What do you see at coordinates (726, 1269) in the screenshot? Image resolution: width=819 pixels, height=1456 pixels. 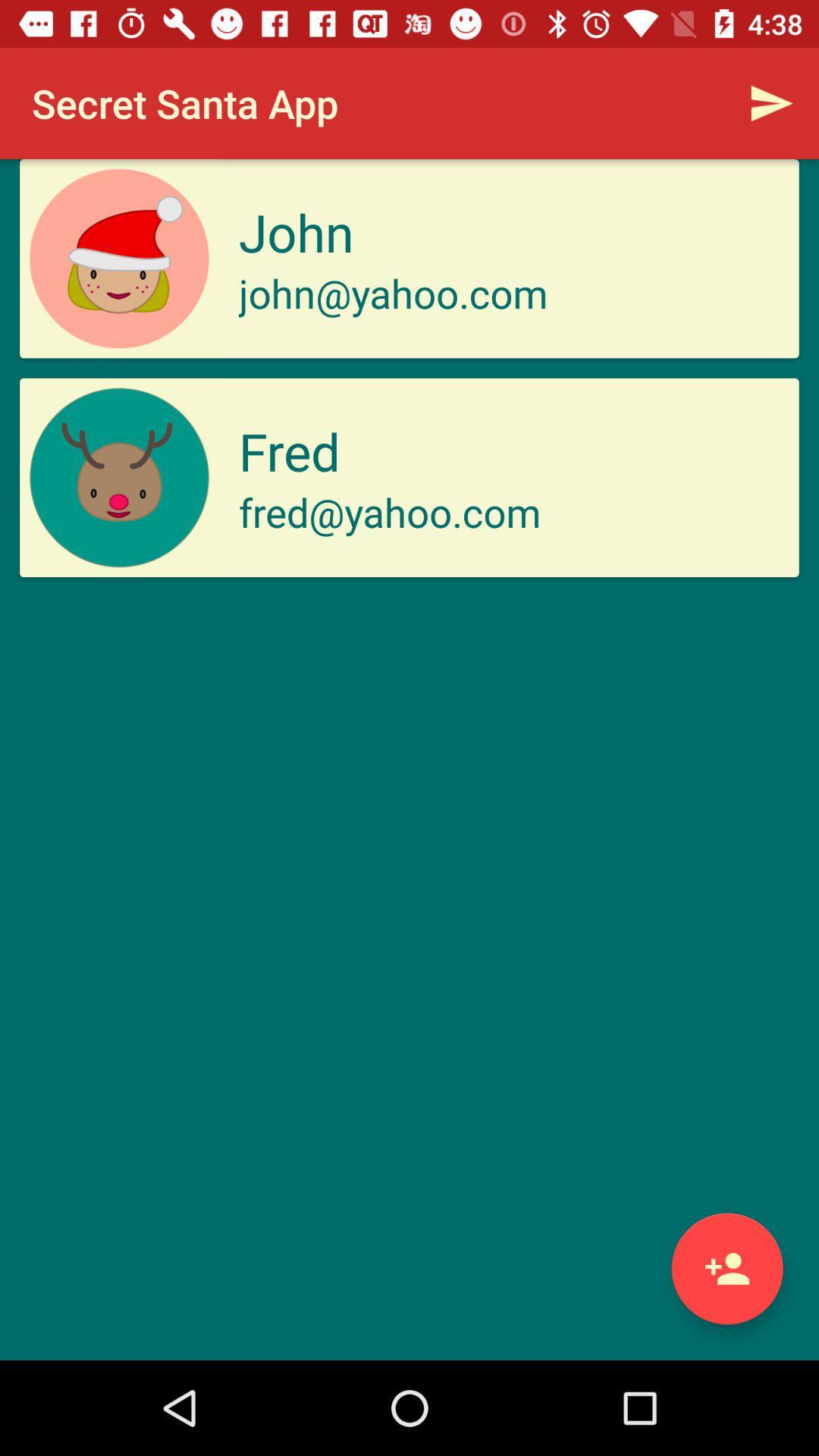 I see `the item at the bottom right corner` at bounding box center [726, 1269].